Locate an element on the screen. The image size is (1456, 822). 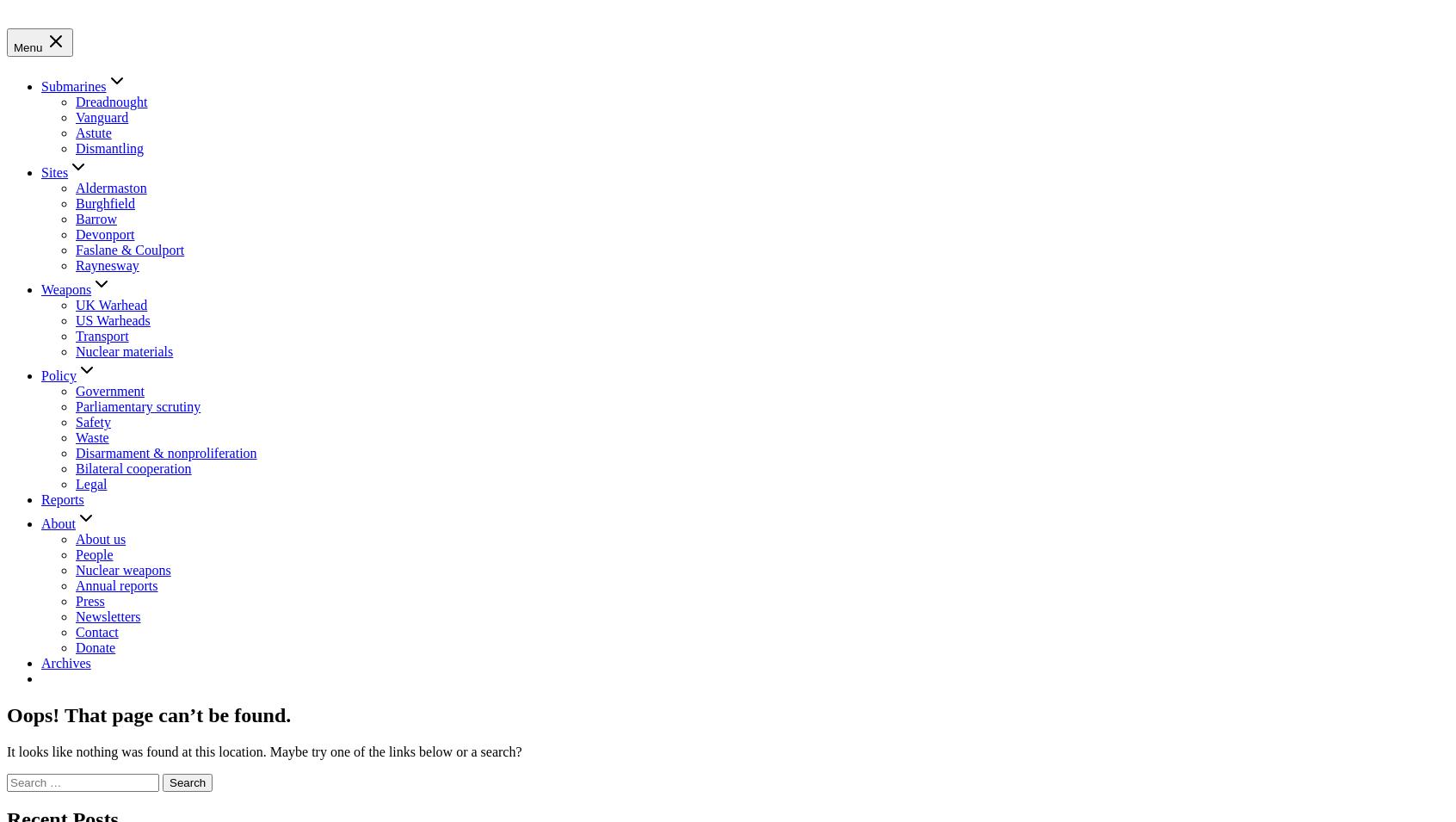
'Government' is located at coordinates (109, 389).